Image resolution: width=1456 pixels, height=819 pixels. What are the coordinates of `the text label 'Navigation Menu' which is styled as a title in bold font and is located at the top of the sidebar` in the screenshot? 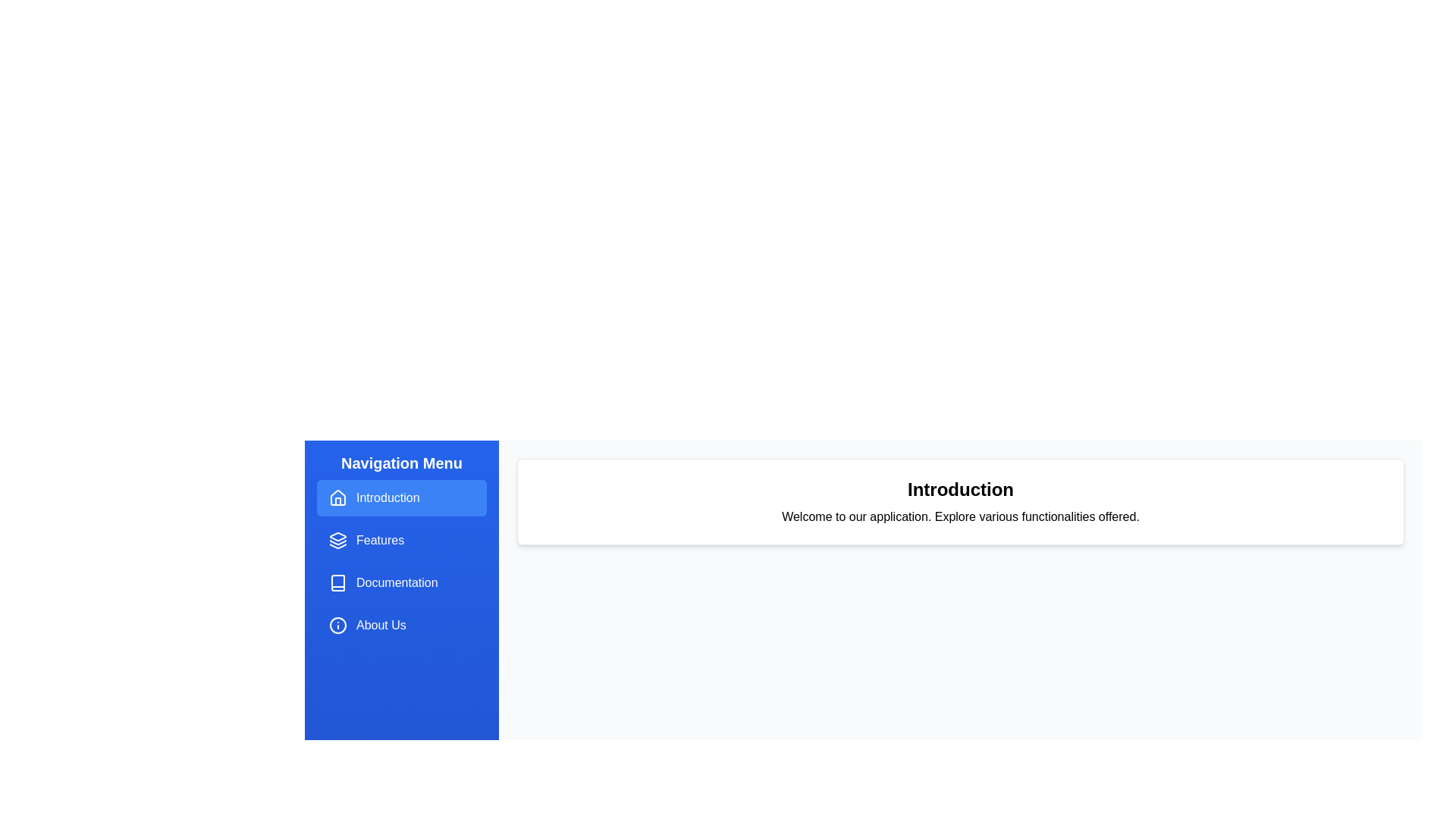 It's located at (401, 462).